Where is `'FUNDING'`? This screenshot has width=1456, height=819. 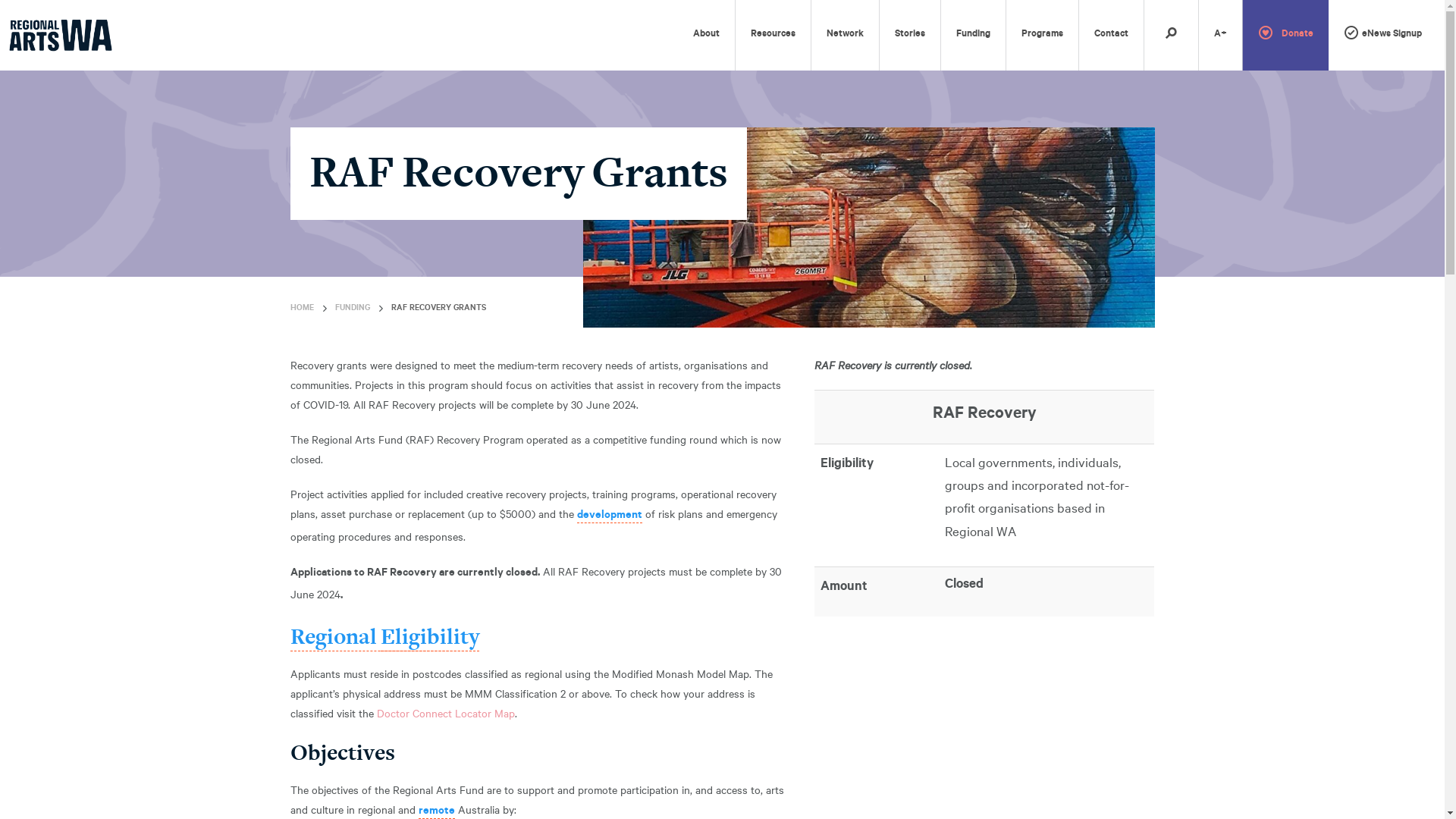 'FUNDING' is located at coordinates (352, 308).